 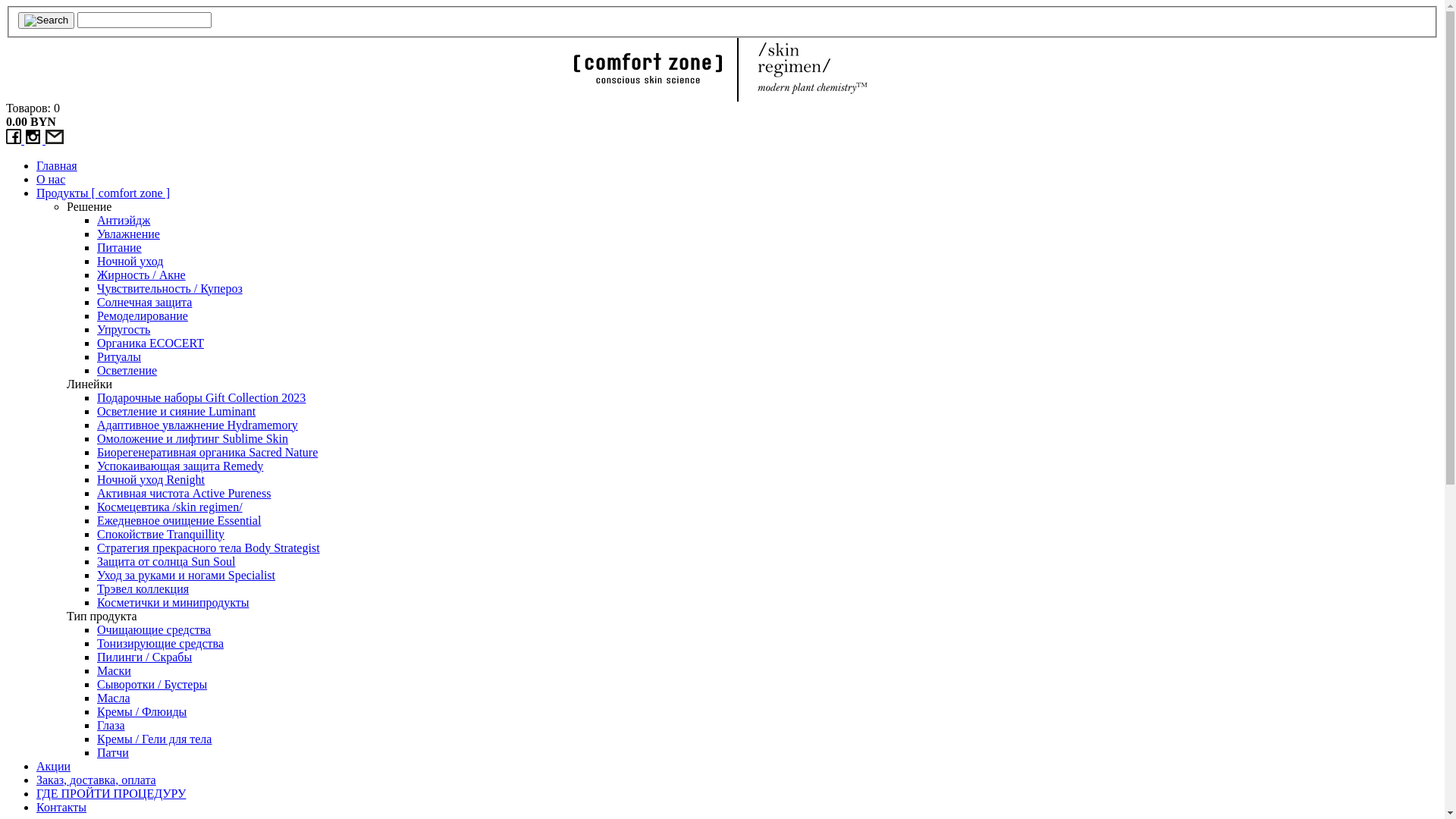 I want to click on 'intagram', so click(x=35, y=140).